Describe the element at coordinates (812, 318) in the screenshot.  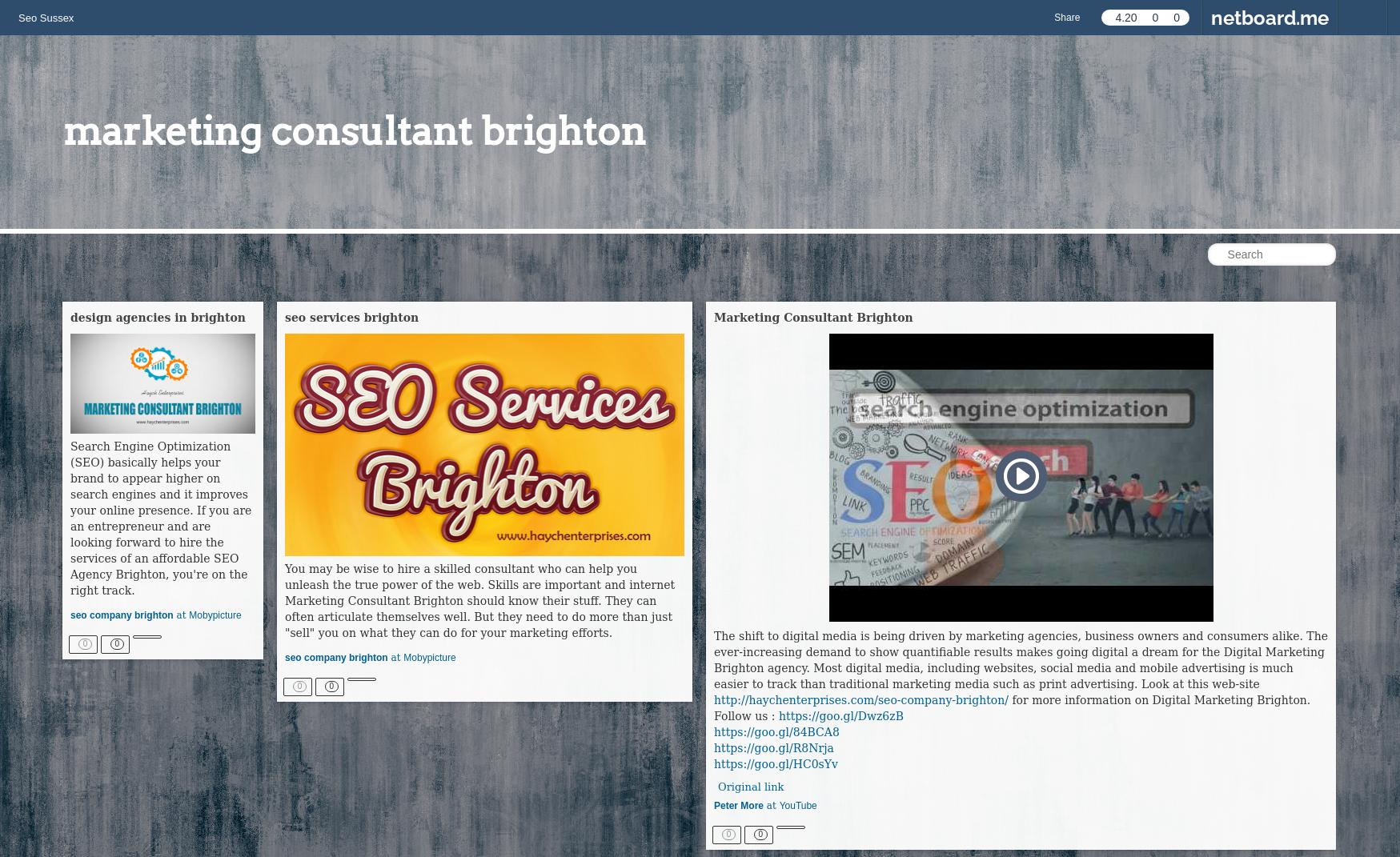
I see `'Marketing Consultant Brighton'` at that location.